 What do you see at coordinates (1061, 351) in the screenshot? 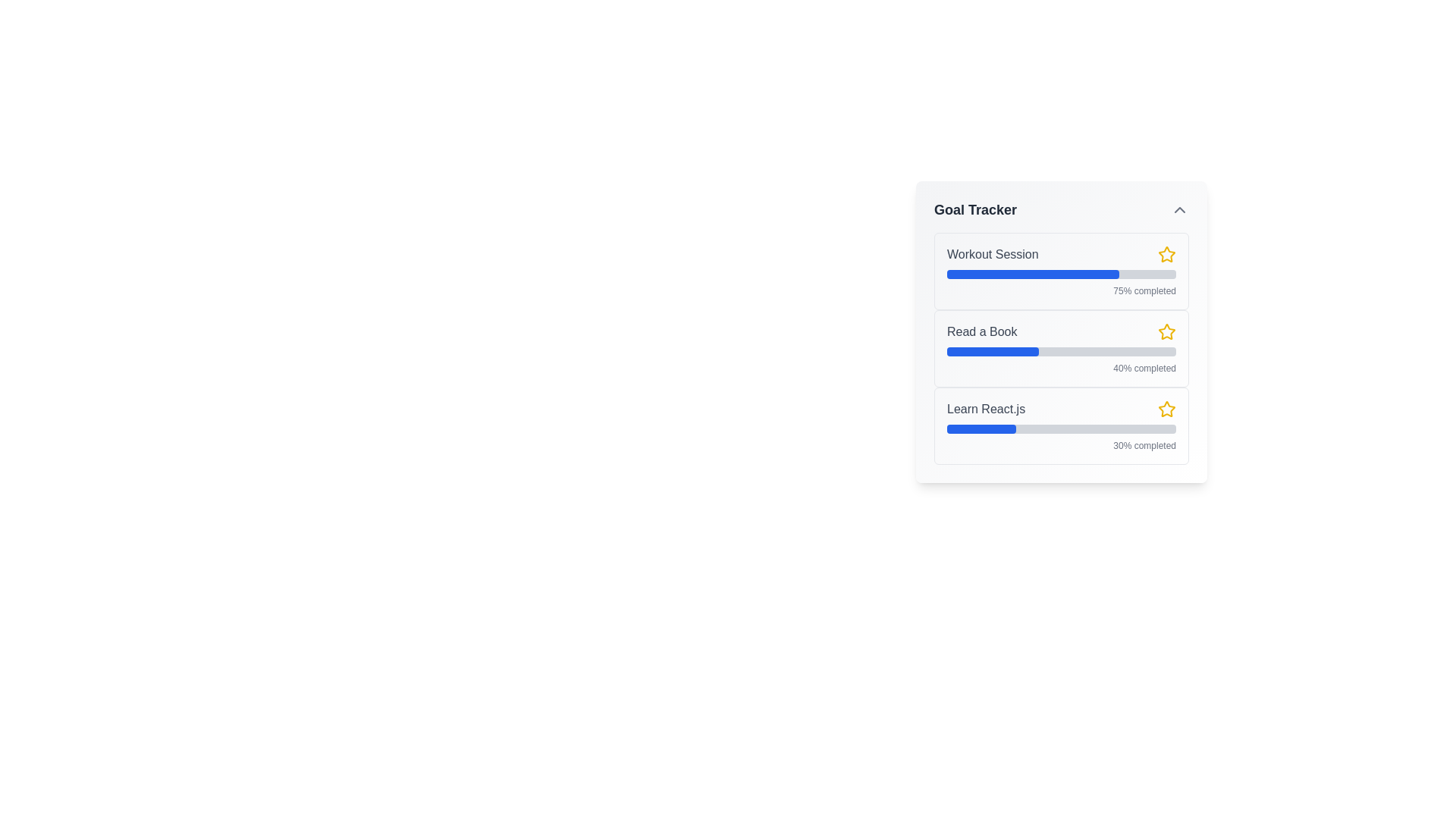
I see `the progress bar representing the 'Read a Book' goal, which visually indicates 40% completion and is located below the 'Read a Book' label and above the '40% completed' text` at bounding box center [1061, 351].